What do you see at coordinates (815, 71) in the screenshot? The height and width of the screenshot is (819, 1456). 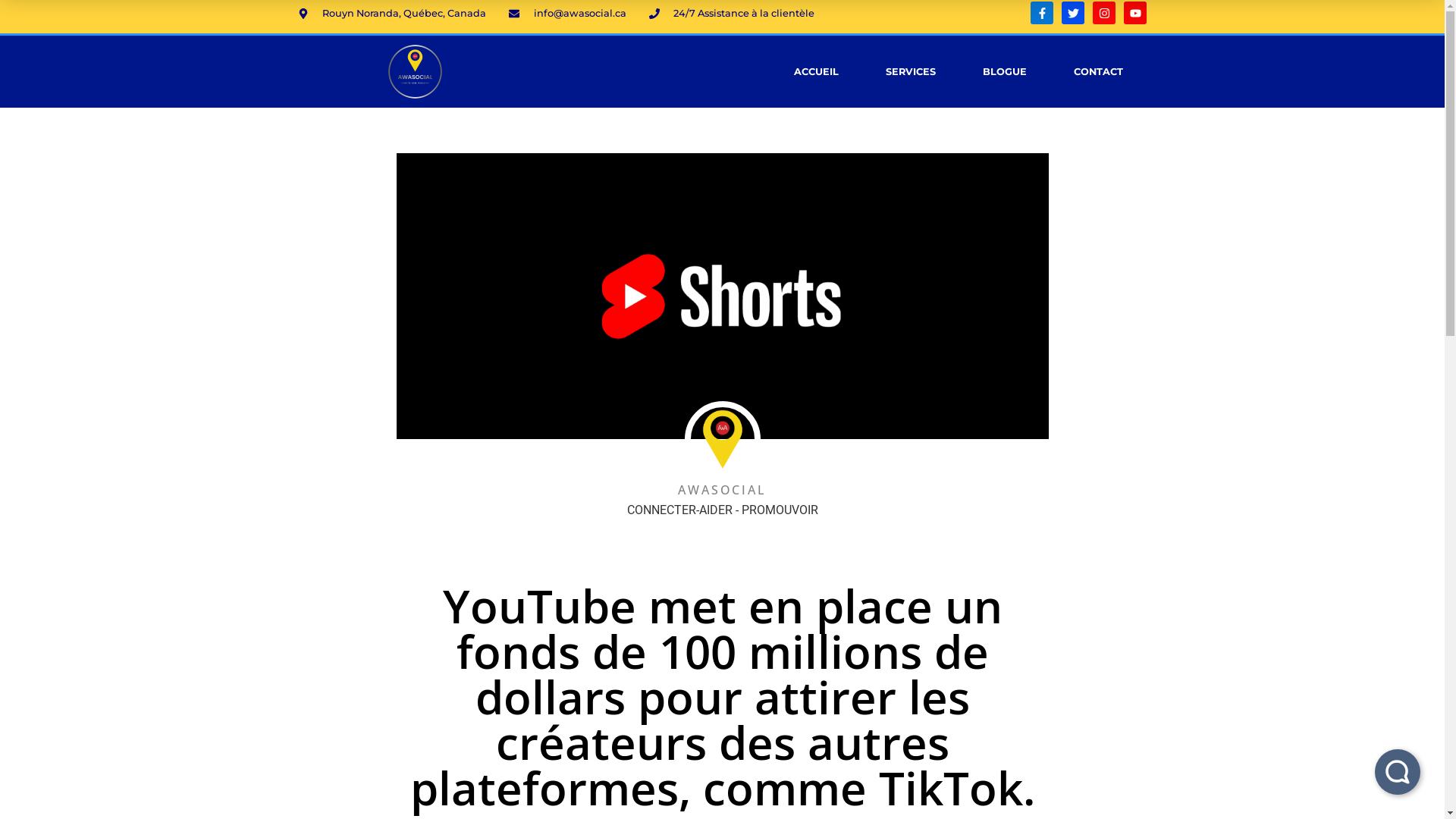 I see `'ACCUEIL'` at bounding box center [815, 71].